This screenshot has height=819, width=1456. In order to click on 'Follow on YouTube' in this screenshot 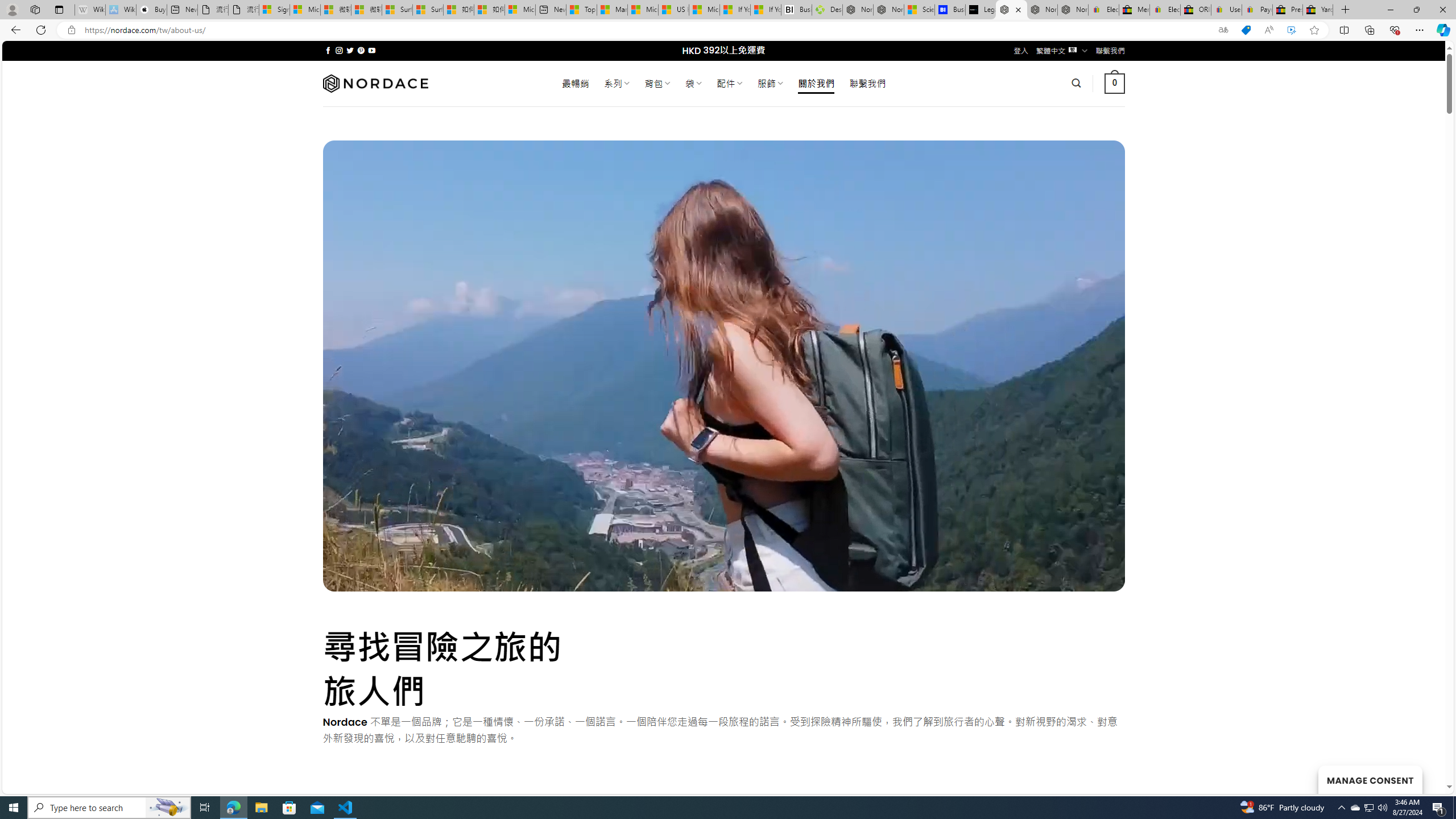, I will do `click(371, 50)`.